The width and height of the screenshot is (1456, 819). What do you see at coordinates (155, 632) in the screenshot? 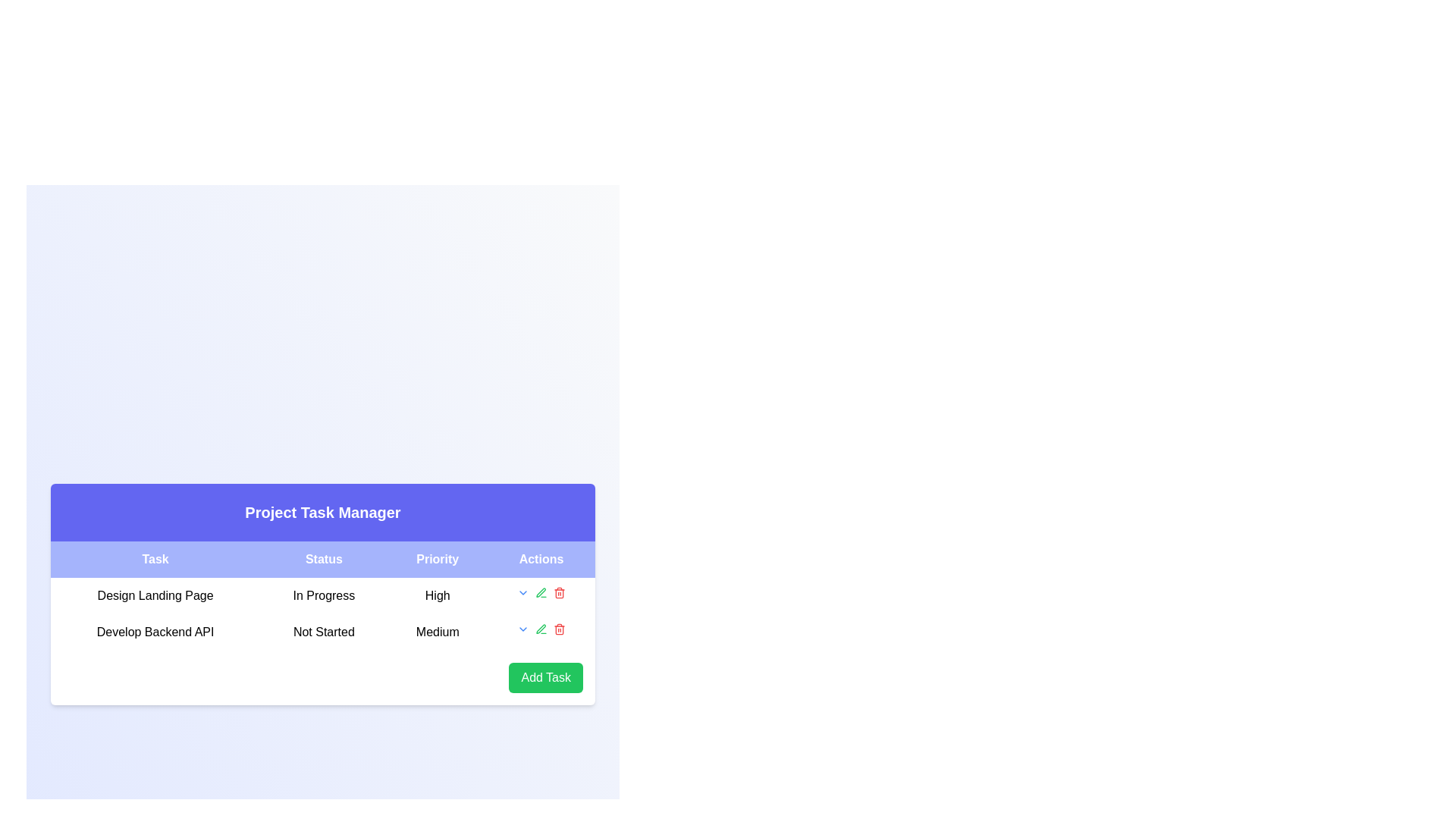
I see `the label that informs the user about the task labeled 'Develop Backend API', located in the first column of the second row in the table structure below the 'Project Task Manager' heading` at bounding box center [155, 632].